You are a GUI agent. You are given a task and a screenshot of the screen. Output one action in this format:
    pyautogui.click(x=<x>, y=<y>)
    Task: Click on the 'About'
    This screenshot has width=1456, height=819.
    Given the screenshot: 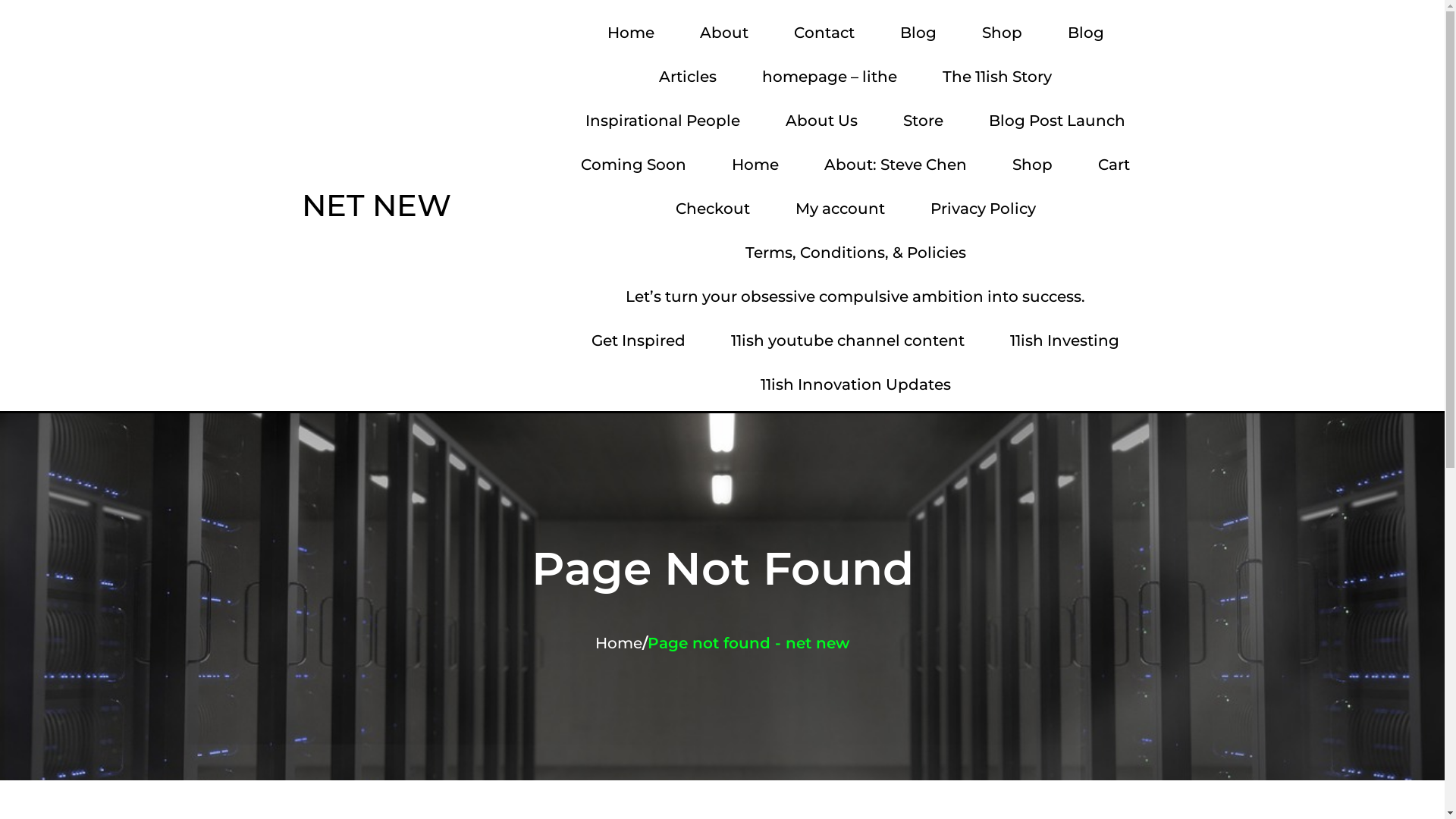 What is the action you would take?
    pyautogui.click(x=723, y=32)
    